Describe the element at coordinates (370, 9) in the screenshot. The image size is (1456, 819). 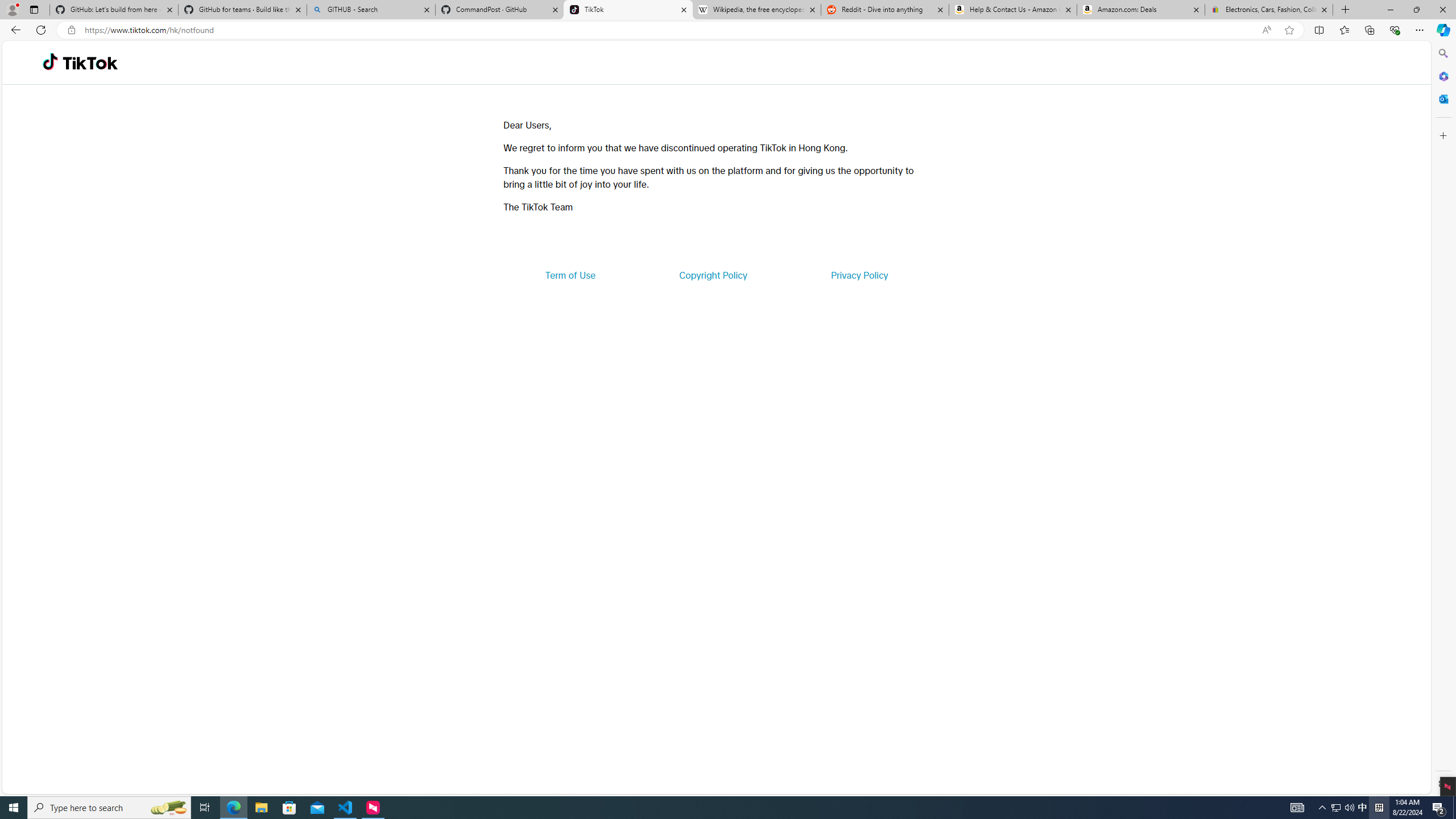
I see `'GITHUB - Search'` at that location.